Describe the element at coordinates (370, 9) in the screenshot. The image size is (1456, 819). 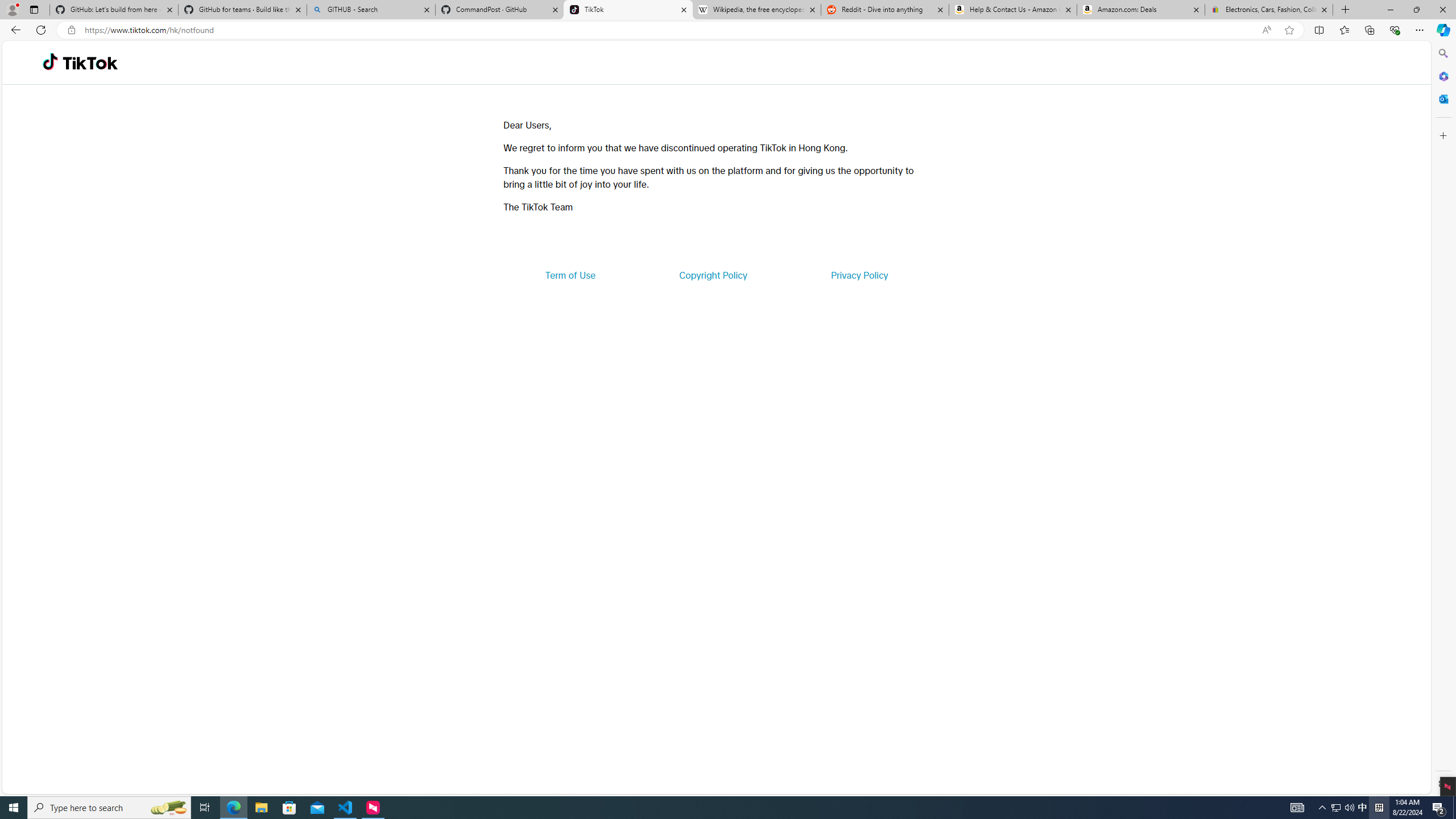
I see `'GITHUB - Search'` at that location.